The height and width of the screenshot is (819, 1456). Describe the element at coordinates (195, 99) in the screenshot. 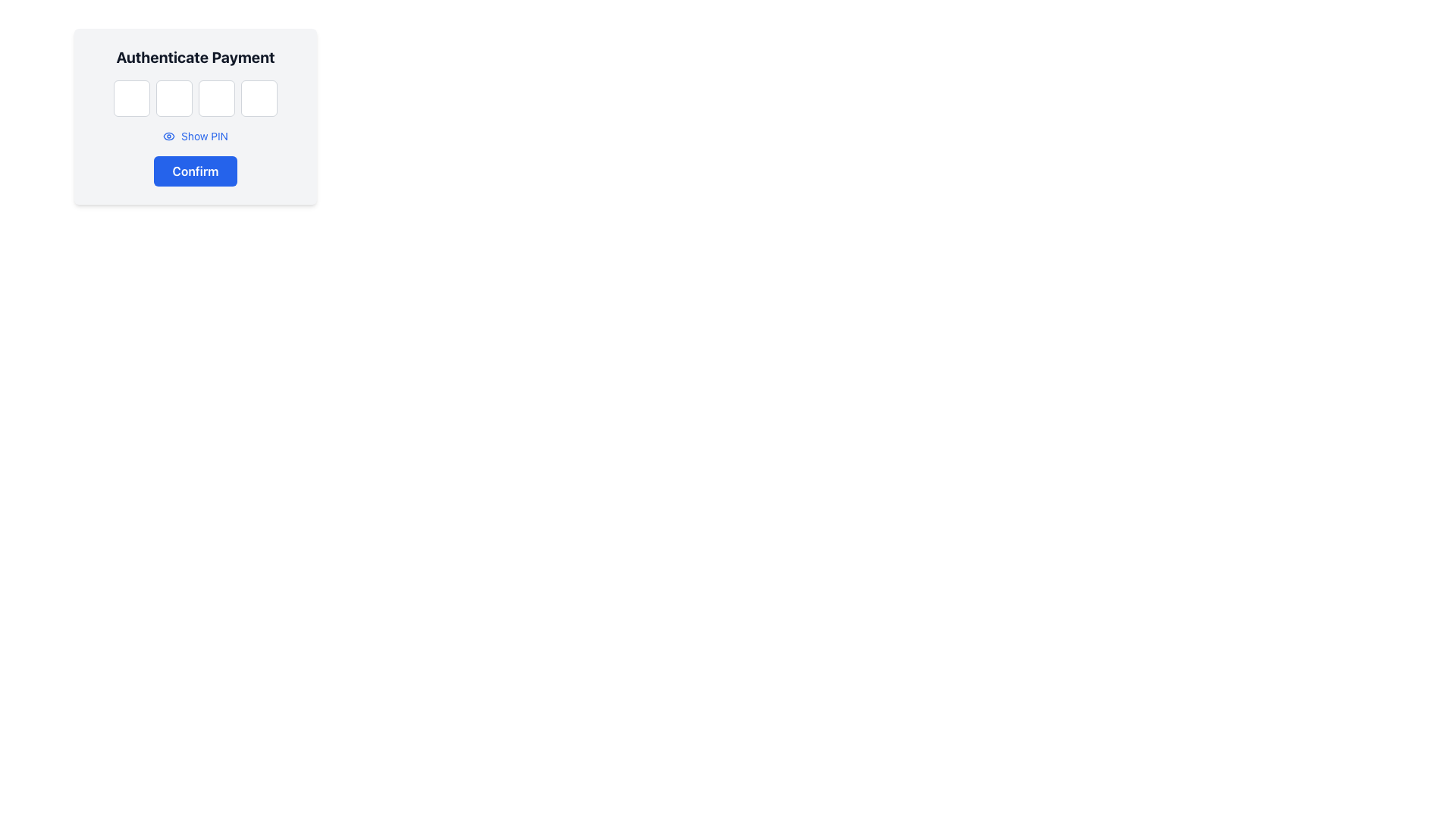

I see `each of the four rectangular input fields in the PIN entry field group to focus on them, starting from the leftmost field` at that location.